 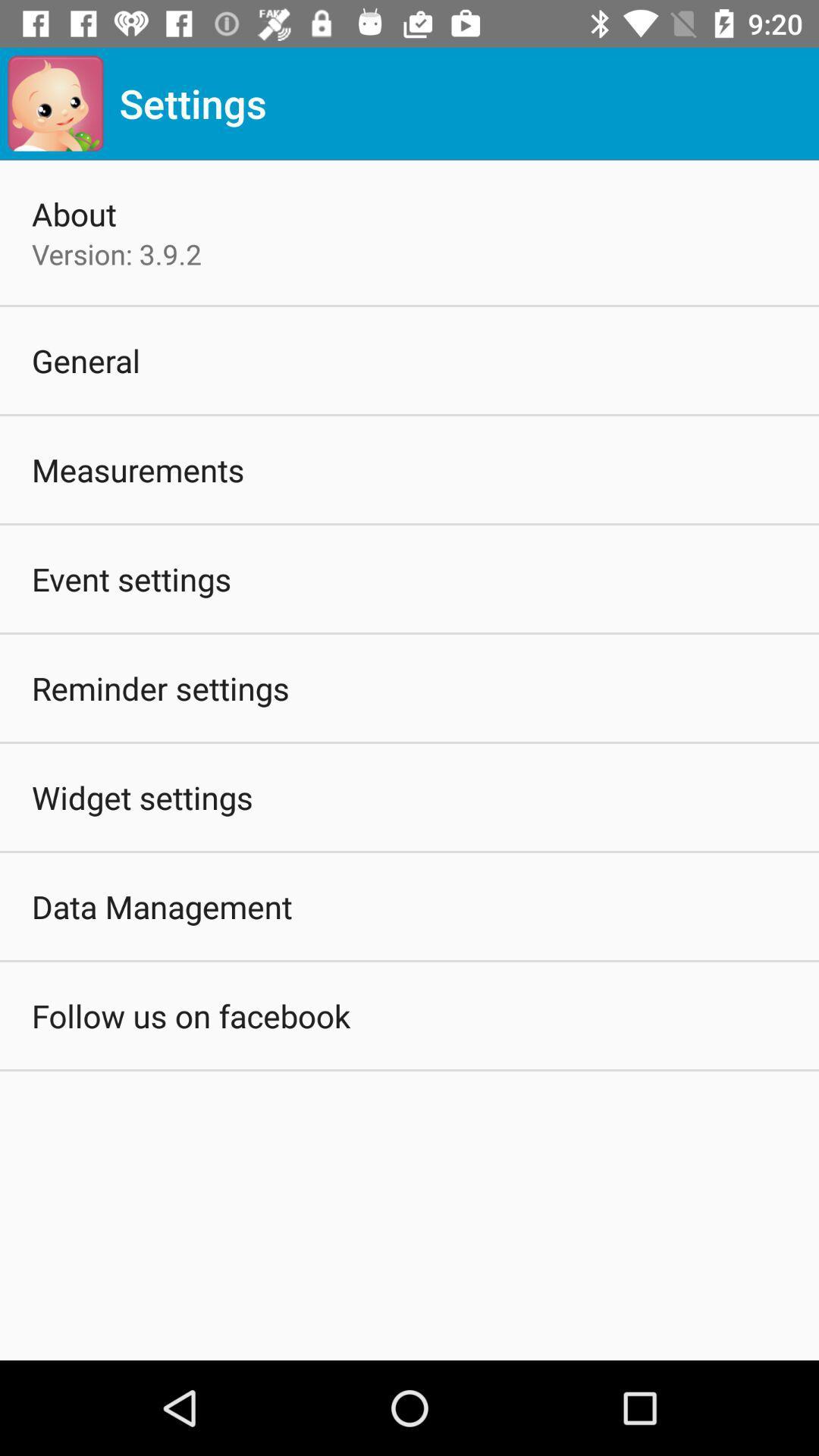 I want to click on the event settings icon, so click(x=130, y=578).